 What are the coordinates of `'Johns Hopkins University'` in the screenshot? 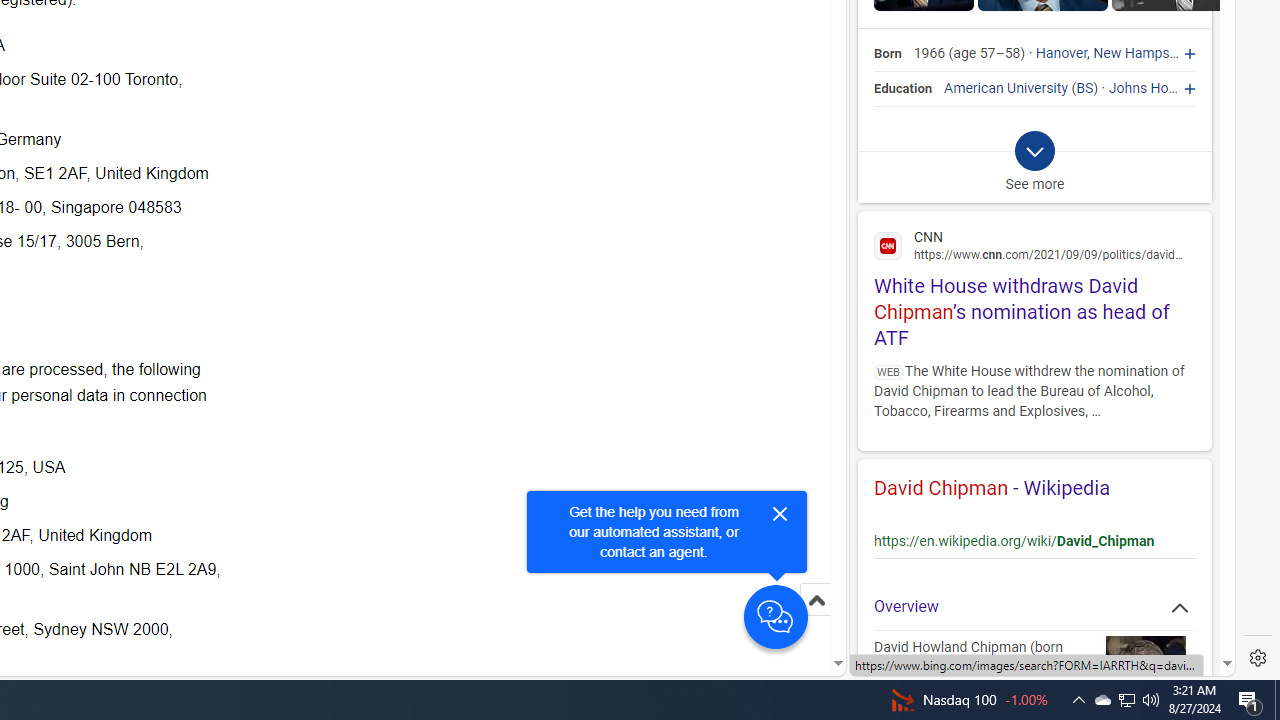 It's located at (1187, 87).